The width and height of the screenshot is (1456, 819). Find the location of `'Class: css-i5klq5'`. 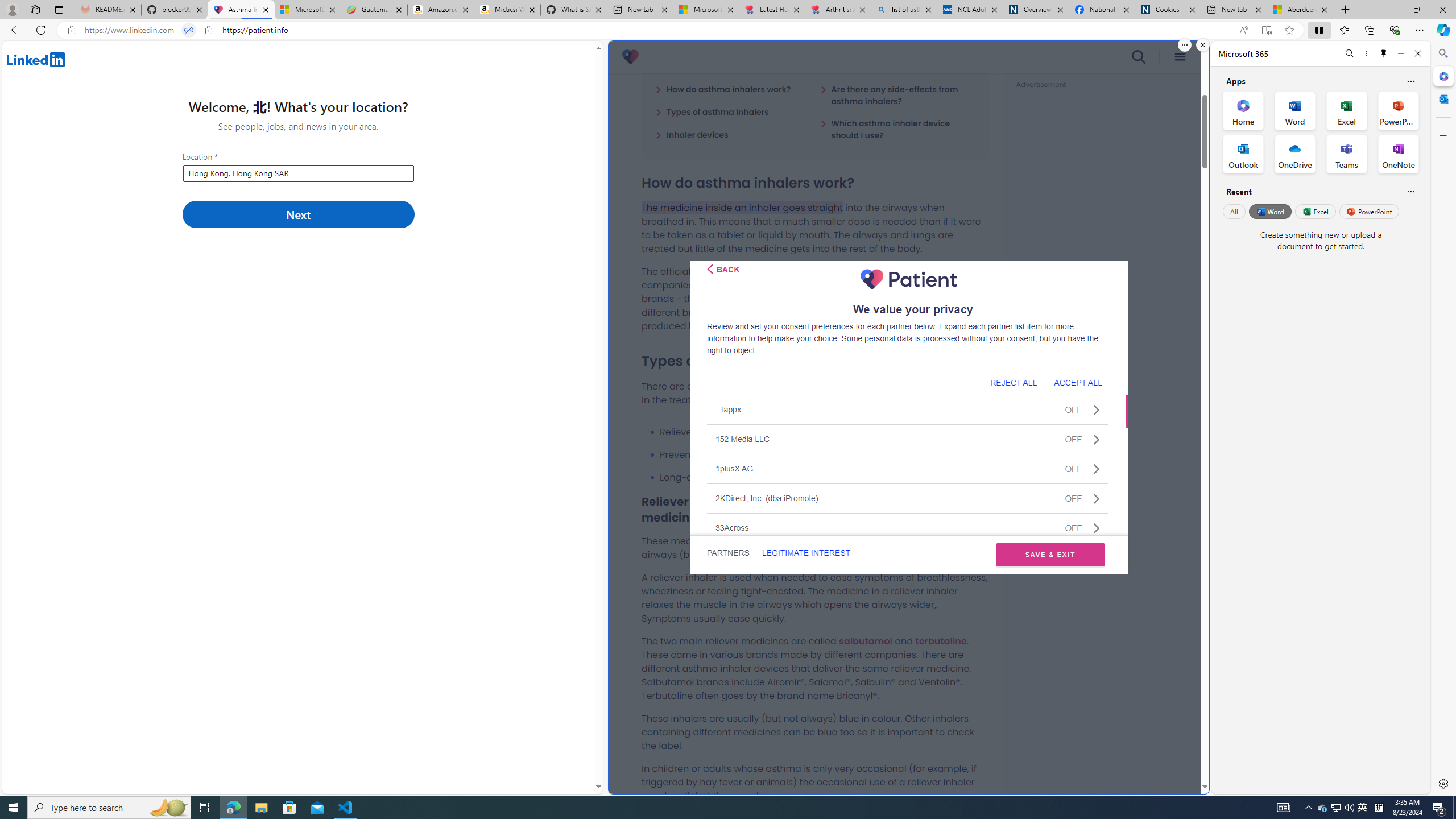

'Class: css-i5klq5' is located at coordinates (710, 268).